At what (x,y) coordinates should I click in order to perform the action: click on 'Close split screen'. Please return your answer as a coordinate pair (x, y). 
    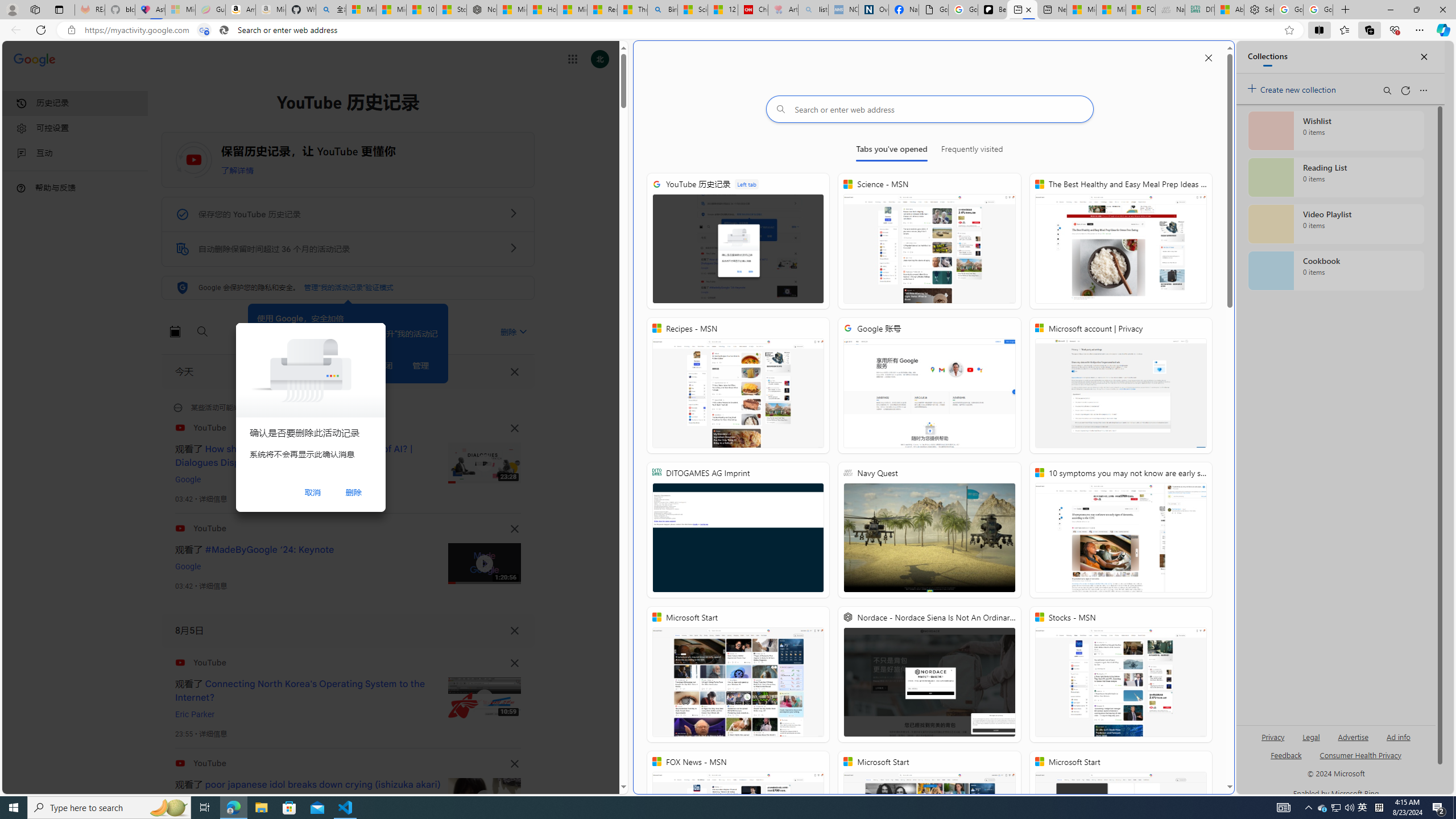
    Looking at the image, I should click on (1207, 57).